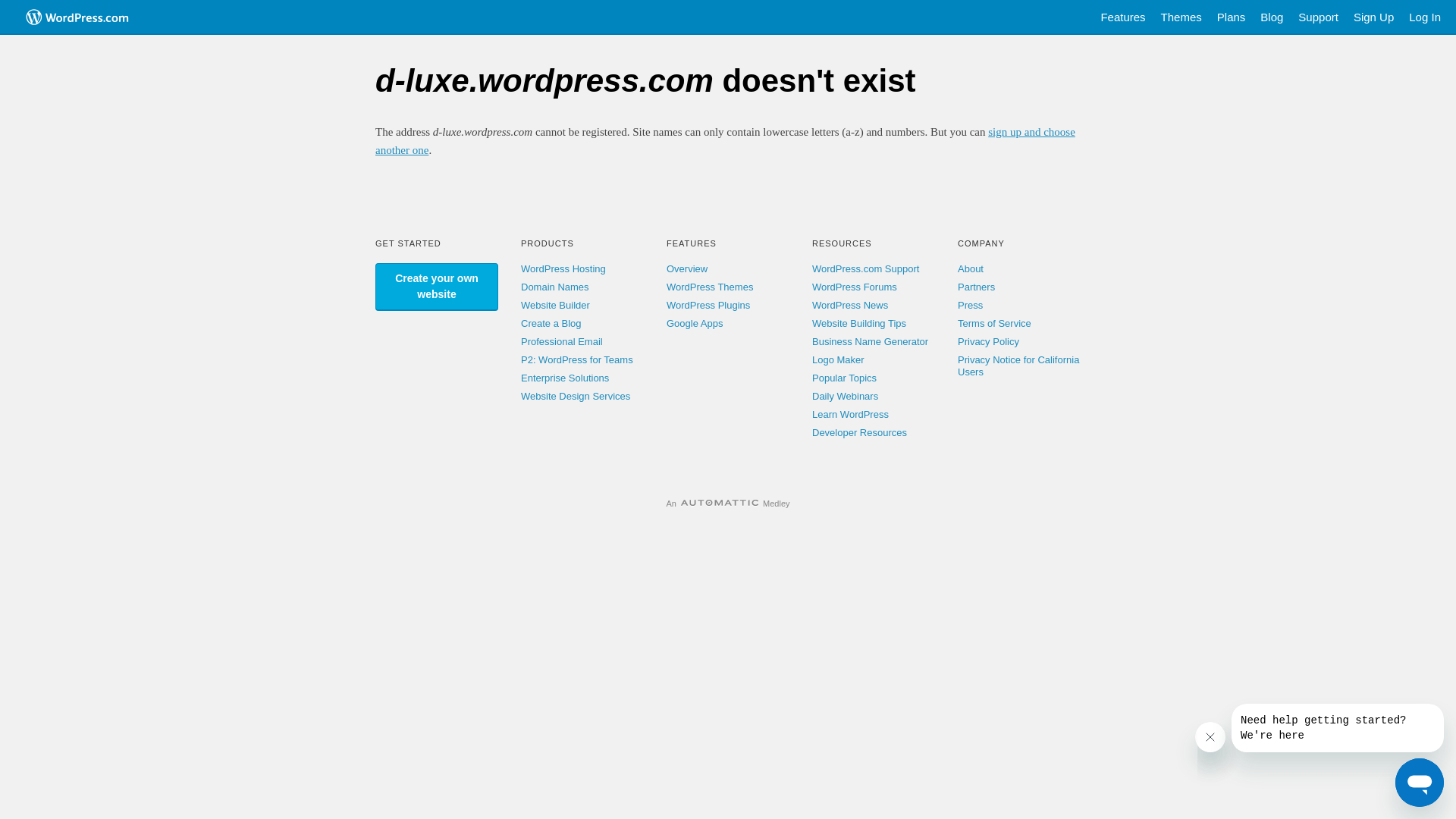 This screenshot has width=1456, height=819. Describe the element at coordinates (1231, 17) in the screenshot. I see `'Plans'` at that location.